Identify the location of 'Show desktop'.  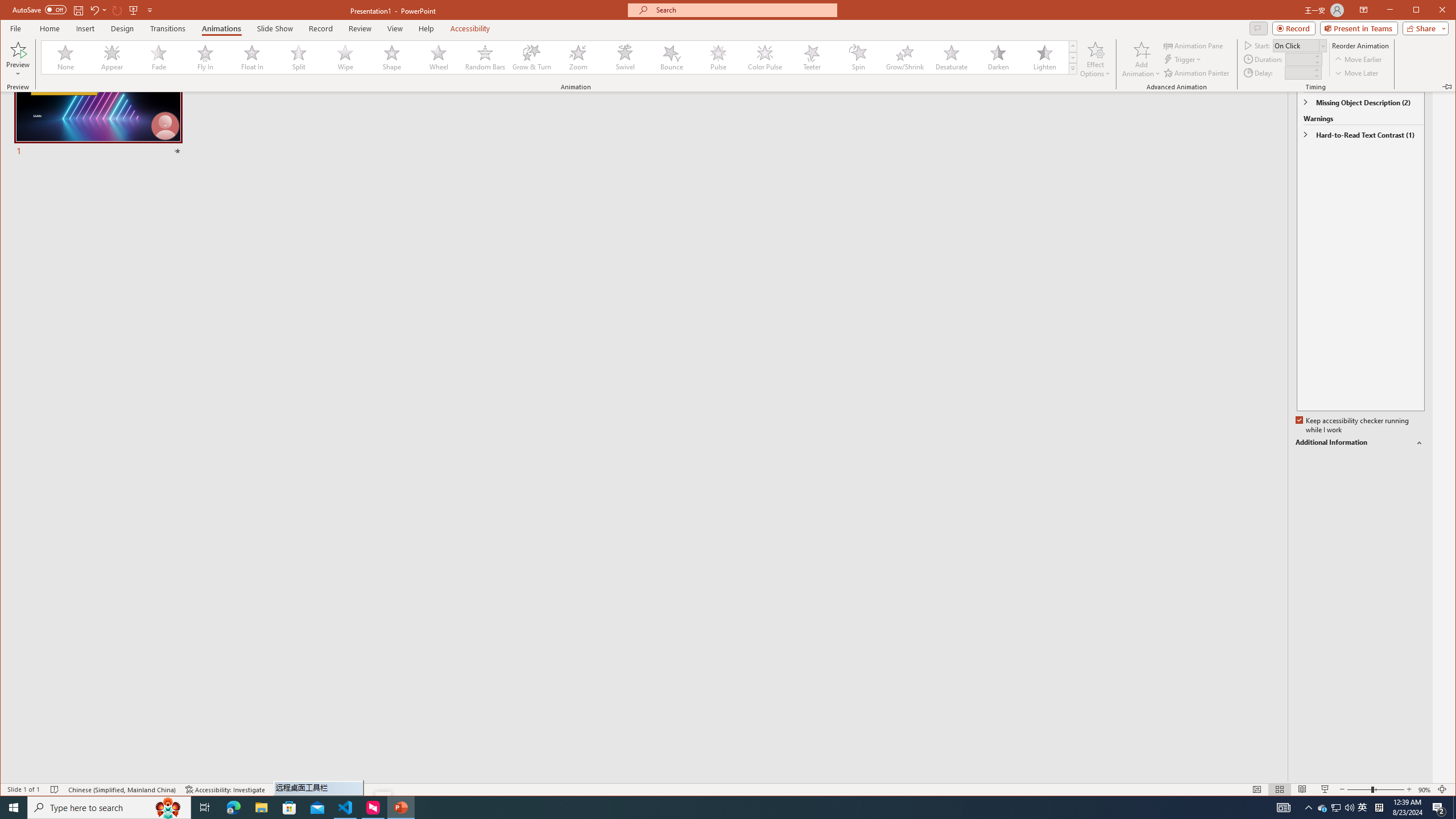
(1454, 806).